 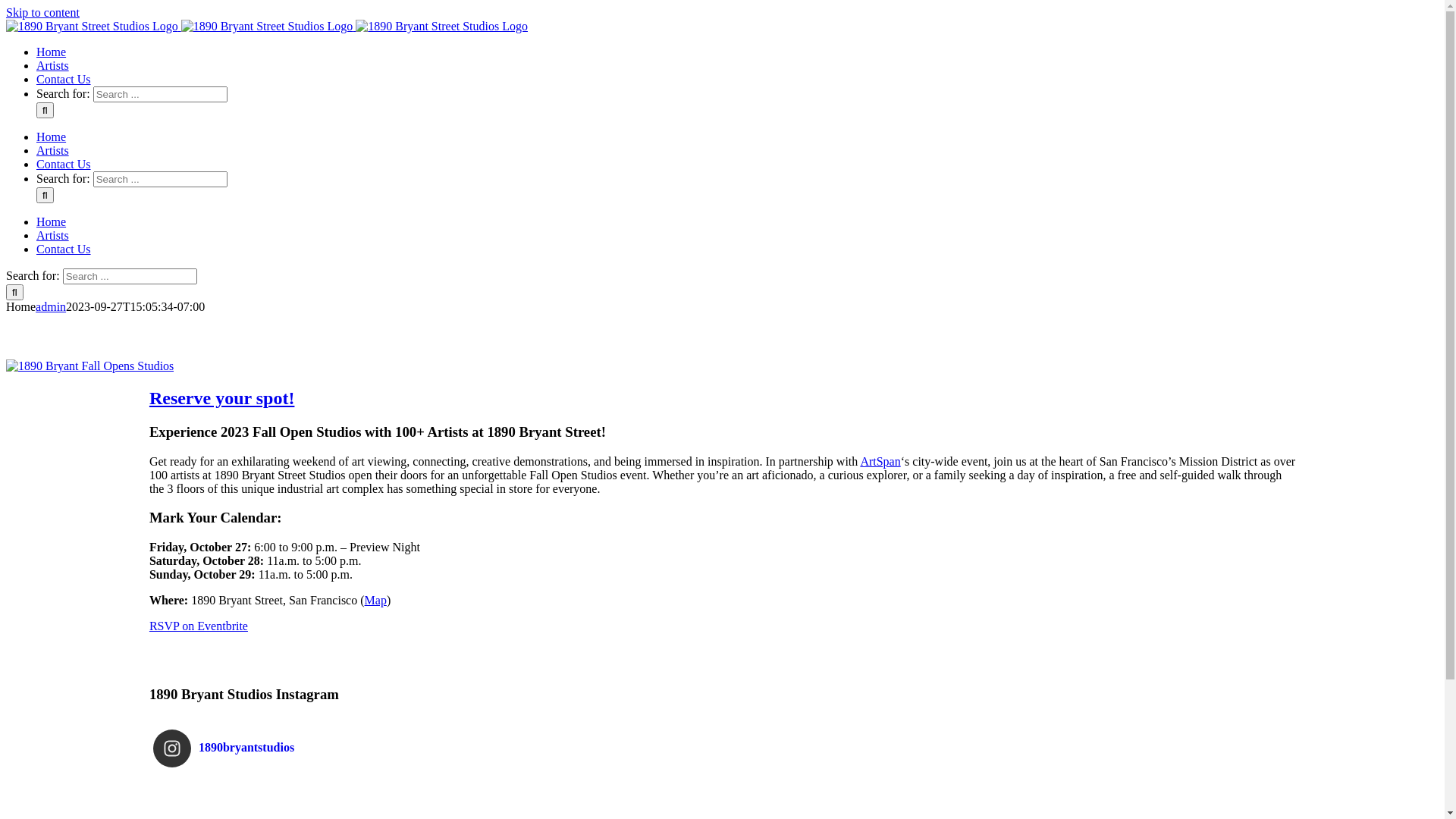 What do you see at coordinates (62, 248) in the screenshot?
I see `'Contact Us'` at bounding box center [62, 248].